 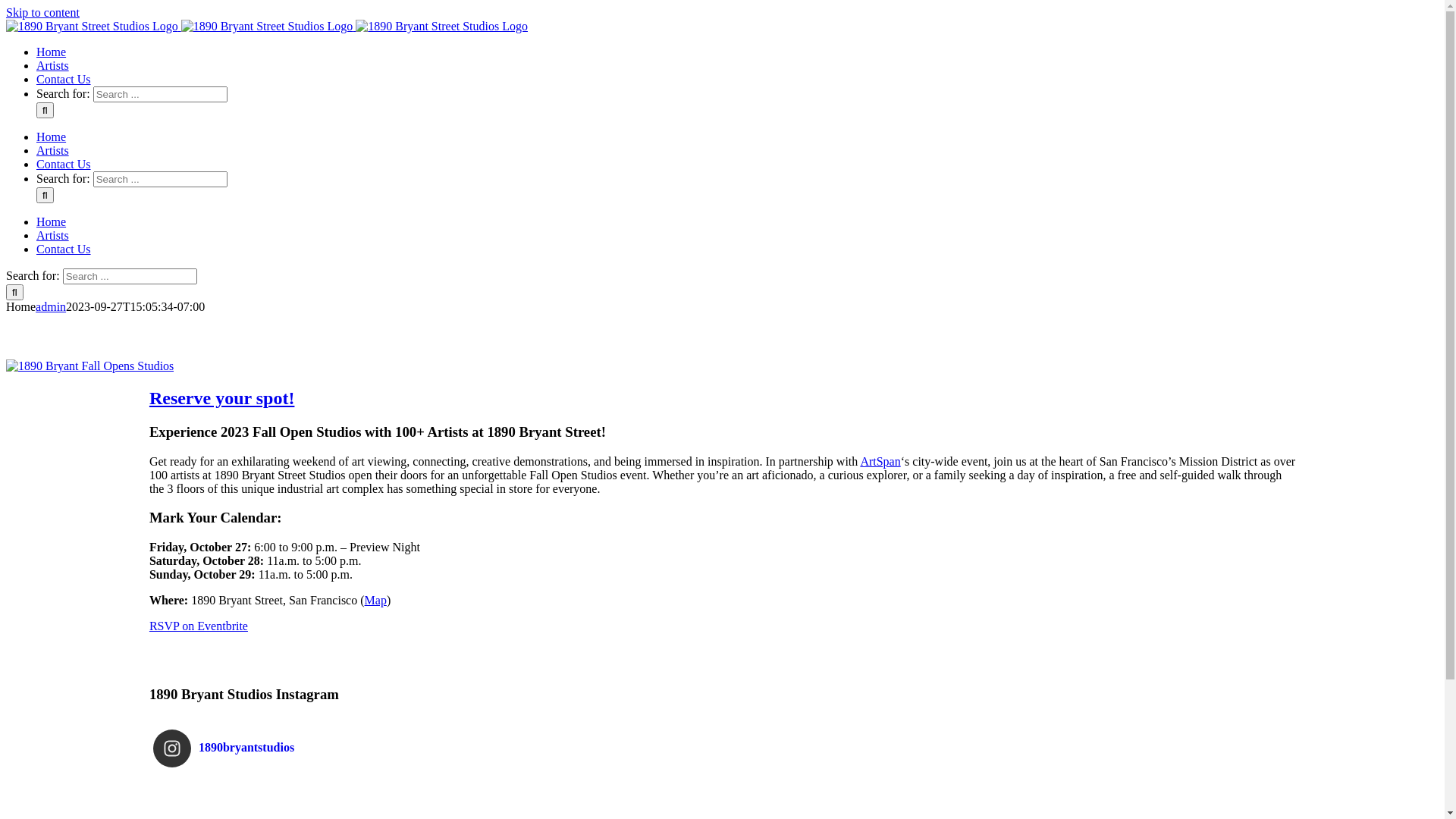 What do you see at coordinates (62, 248) in the screenshot?
I see `'Contact Us'` at bounding box center [62, 248].